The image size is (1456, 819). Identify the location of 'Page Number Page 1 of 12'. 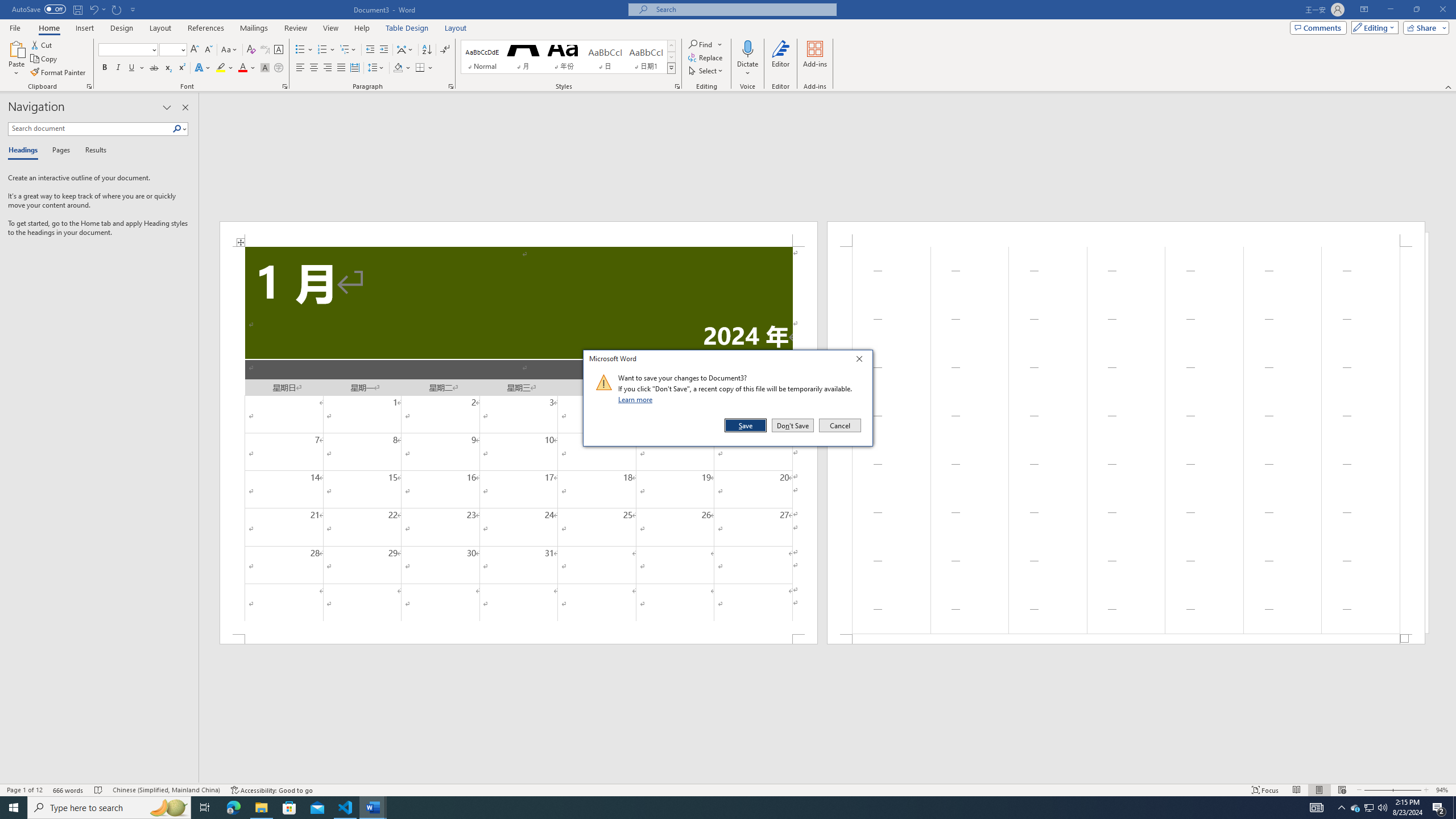
(24, 790).